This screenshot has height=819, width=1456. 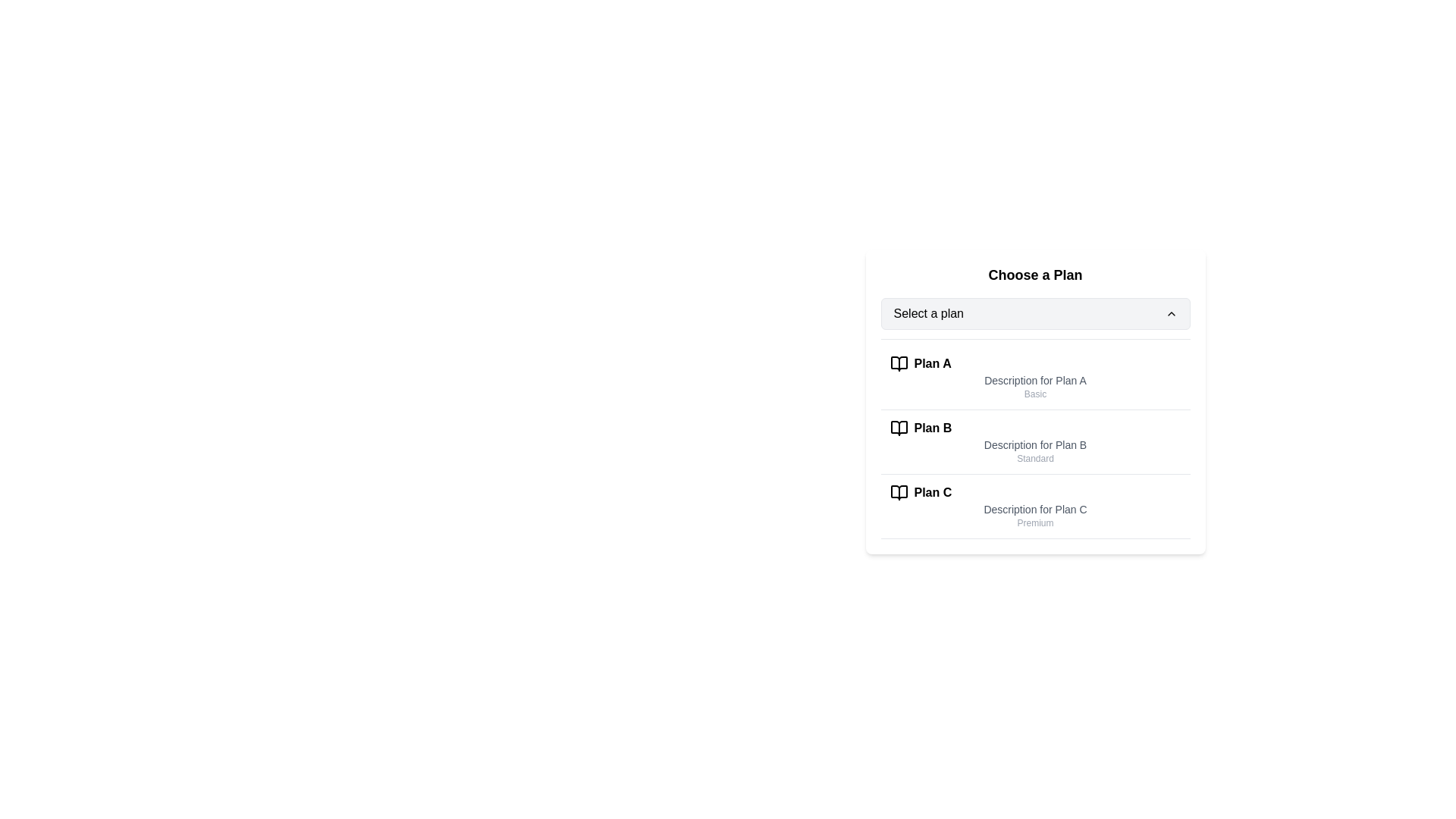 What do you see at coordinates (899, 493) in the screenshot?
I see `the open book icon located in the third row of the options labeled 'Plan C', which is positioned to the left of the text 'Plan C'` at bounding box center [899, 493].